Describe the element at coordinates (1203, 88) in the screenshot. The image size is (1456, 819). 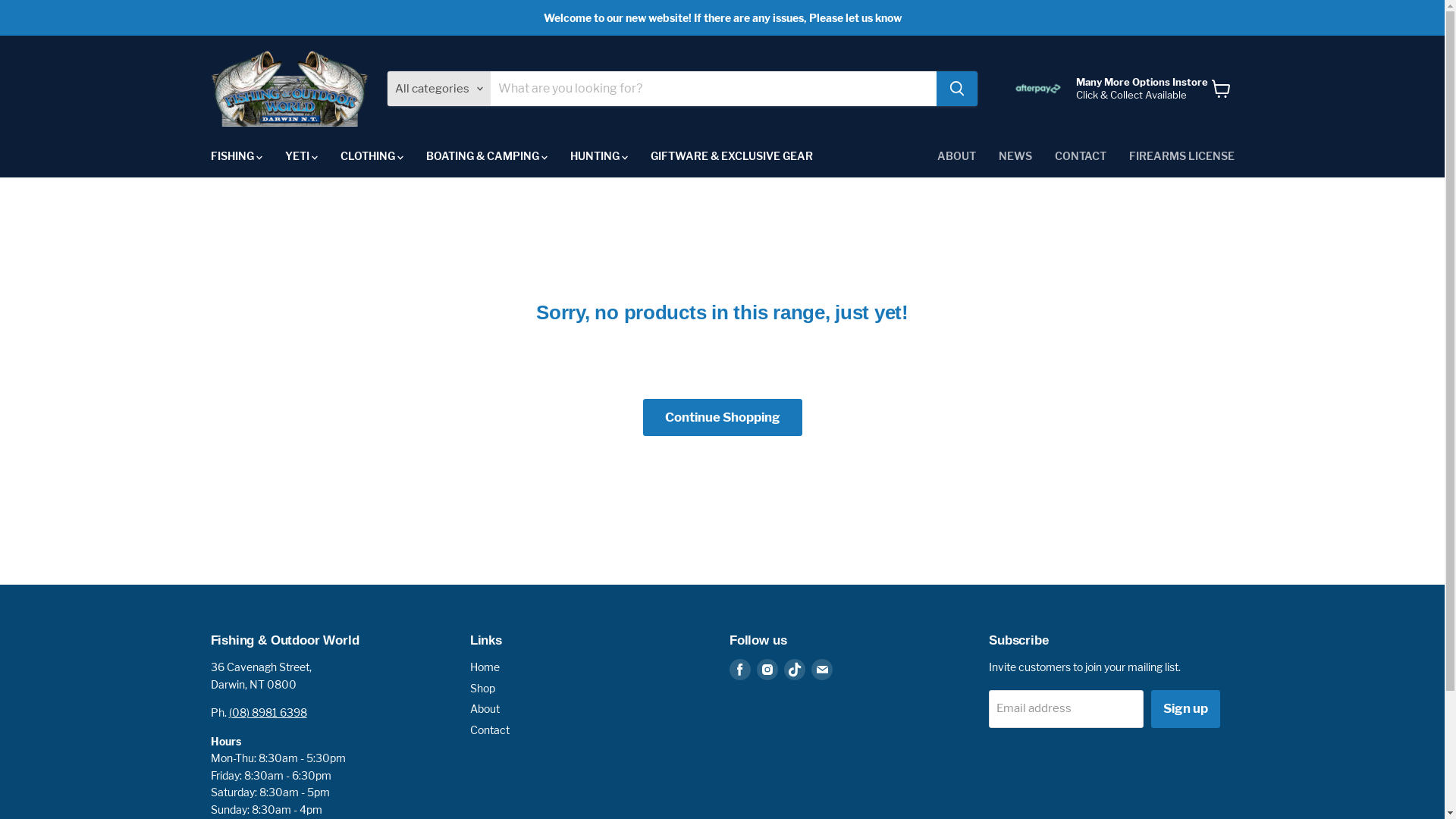
I see `'View cart'` at that location.